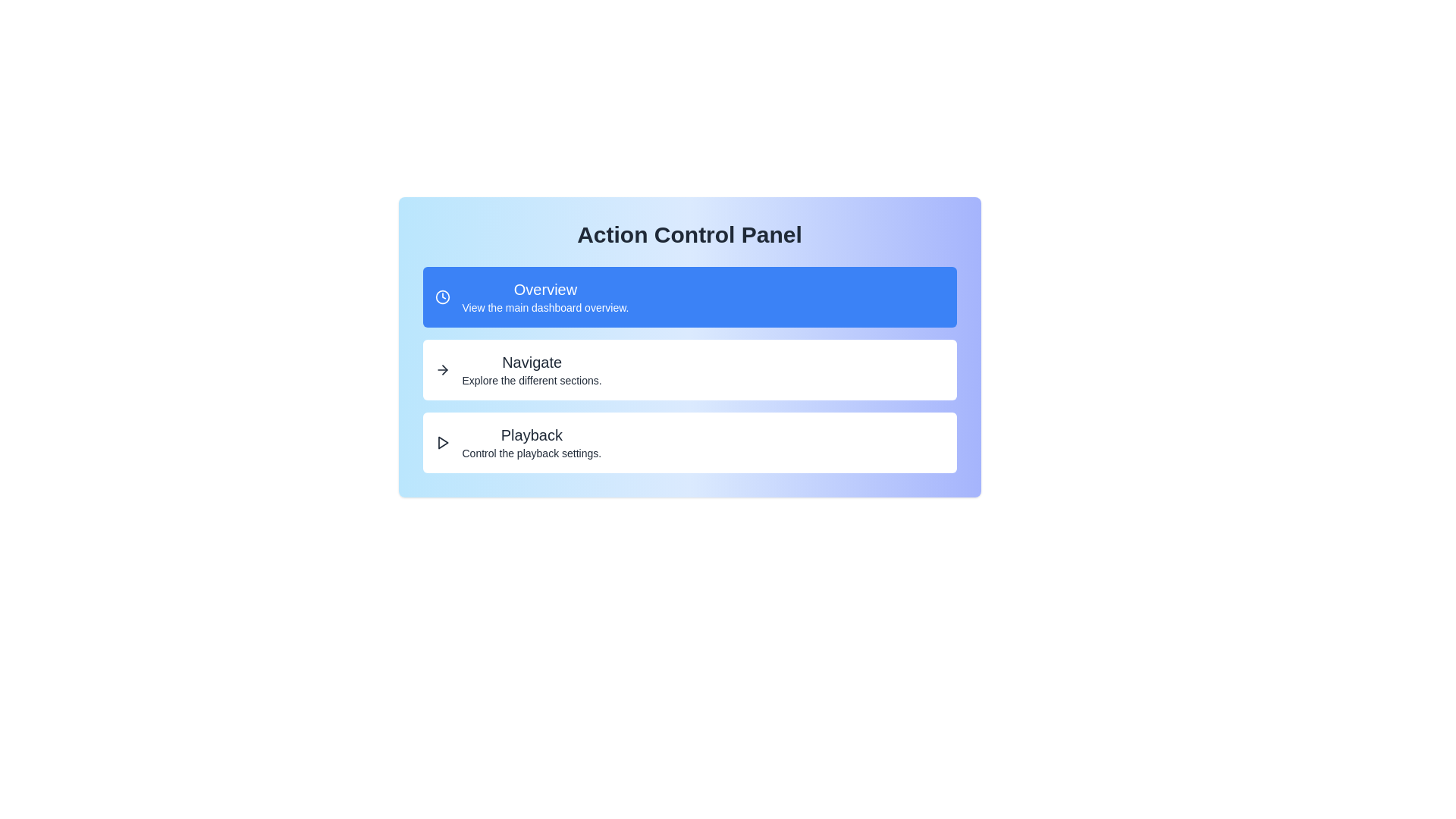 The height and width of the screenshot is (819, 1456). I want to click on the Text element that provides additional context for the 'Navigate' section, located directly below the 'Navigate' header and above the 'Playback' section, so click(532, 379).